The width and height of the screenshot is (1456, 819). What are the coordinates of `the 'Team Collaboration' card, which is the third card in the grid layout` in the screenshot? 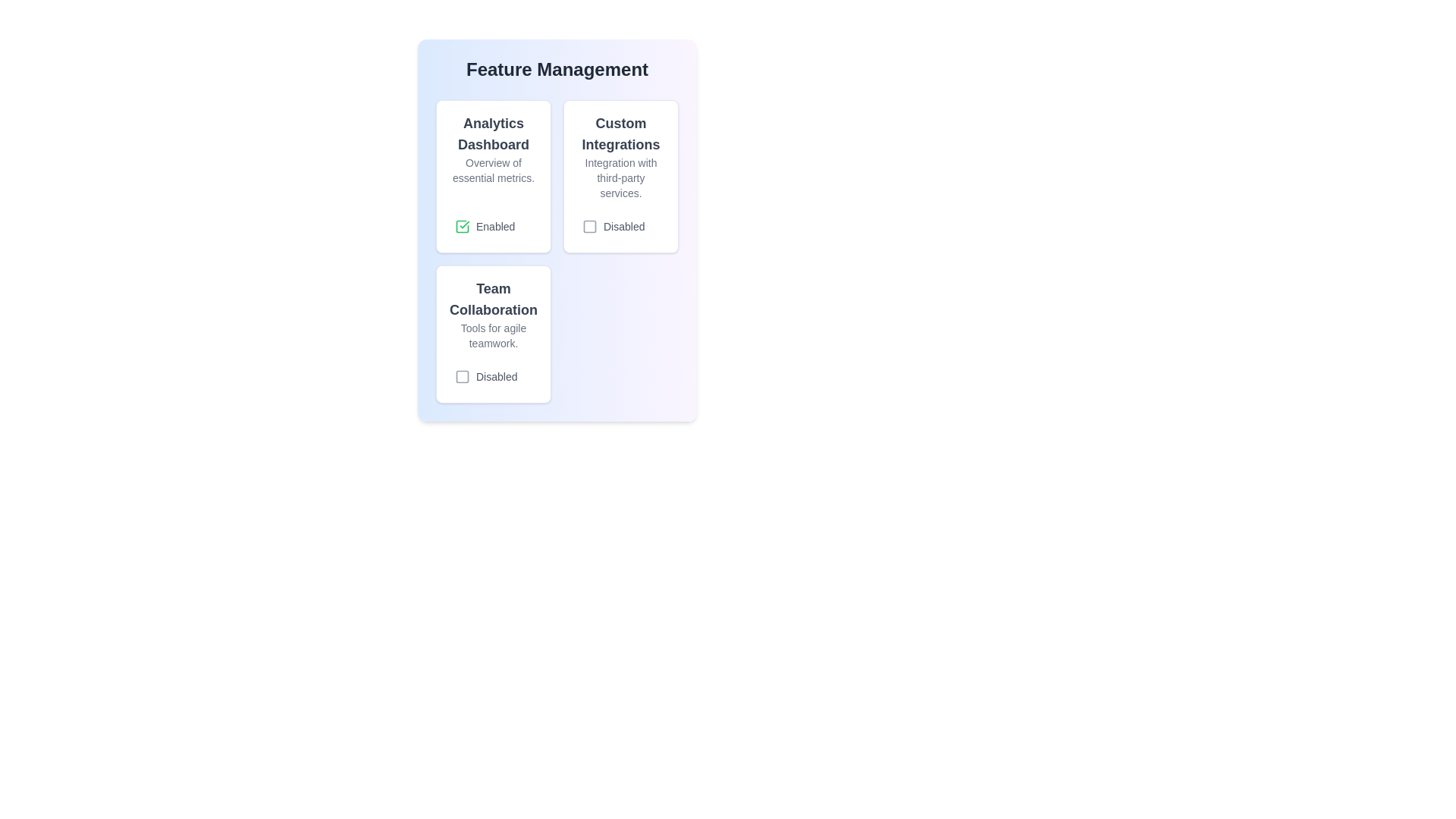 It's located at (494, 333).